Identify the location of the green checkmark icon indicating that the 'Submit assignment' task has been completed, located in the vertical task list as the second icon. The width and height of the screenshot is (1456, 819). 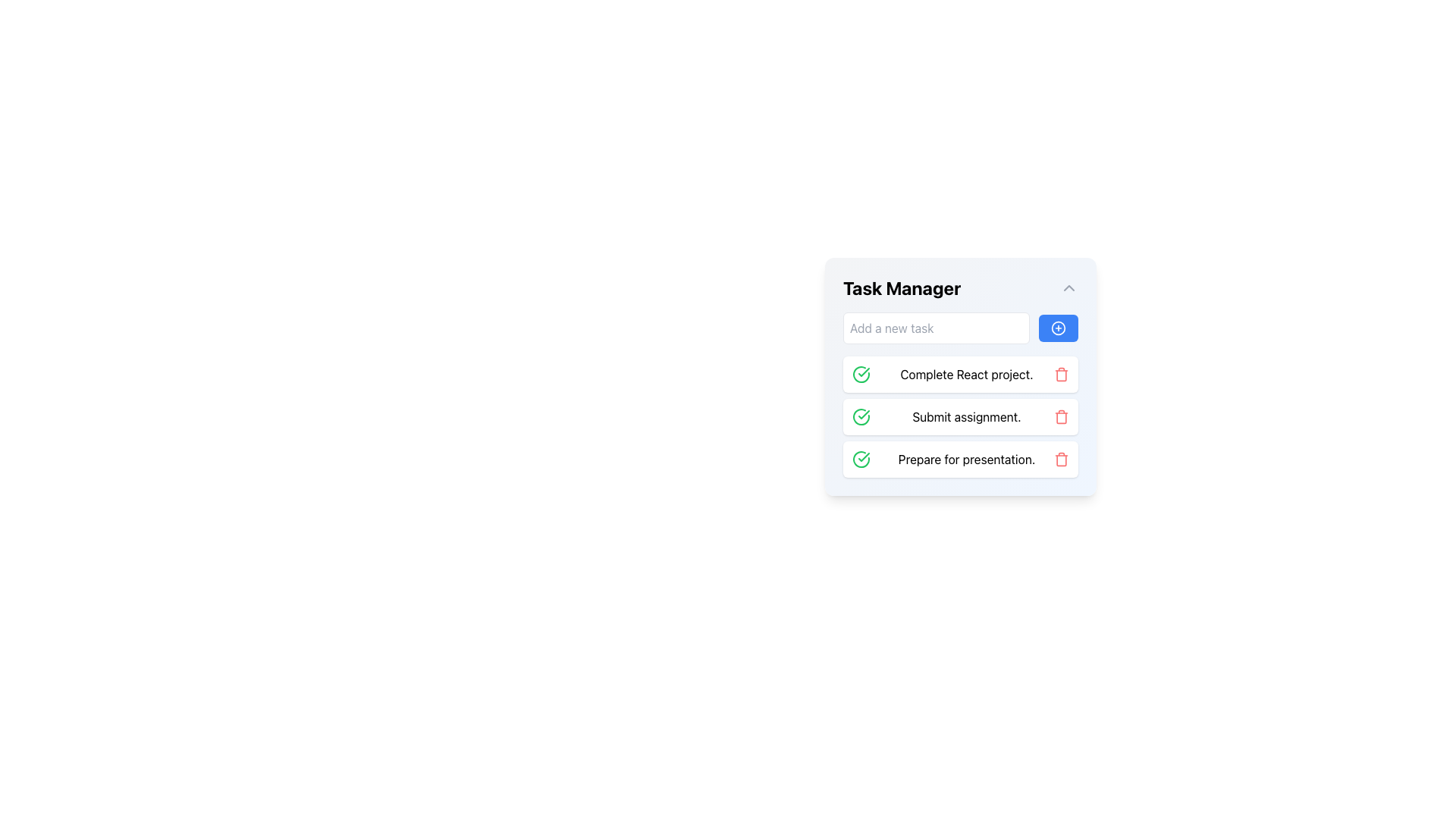
(861, 417).